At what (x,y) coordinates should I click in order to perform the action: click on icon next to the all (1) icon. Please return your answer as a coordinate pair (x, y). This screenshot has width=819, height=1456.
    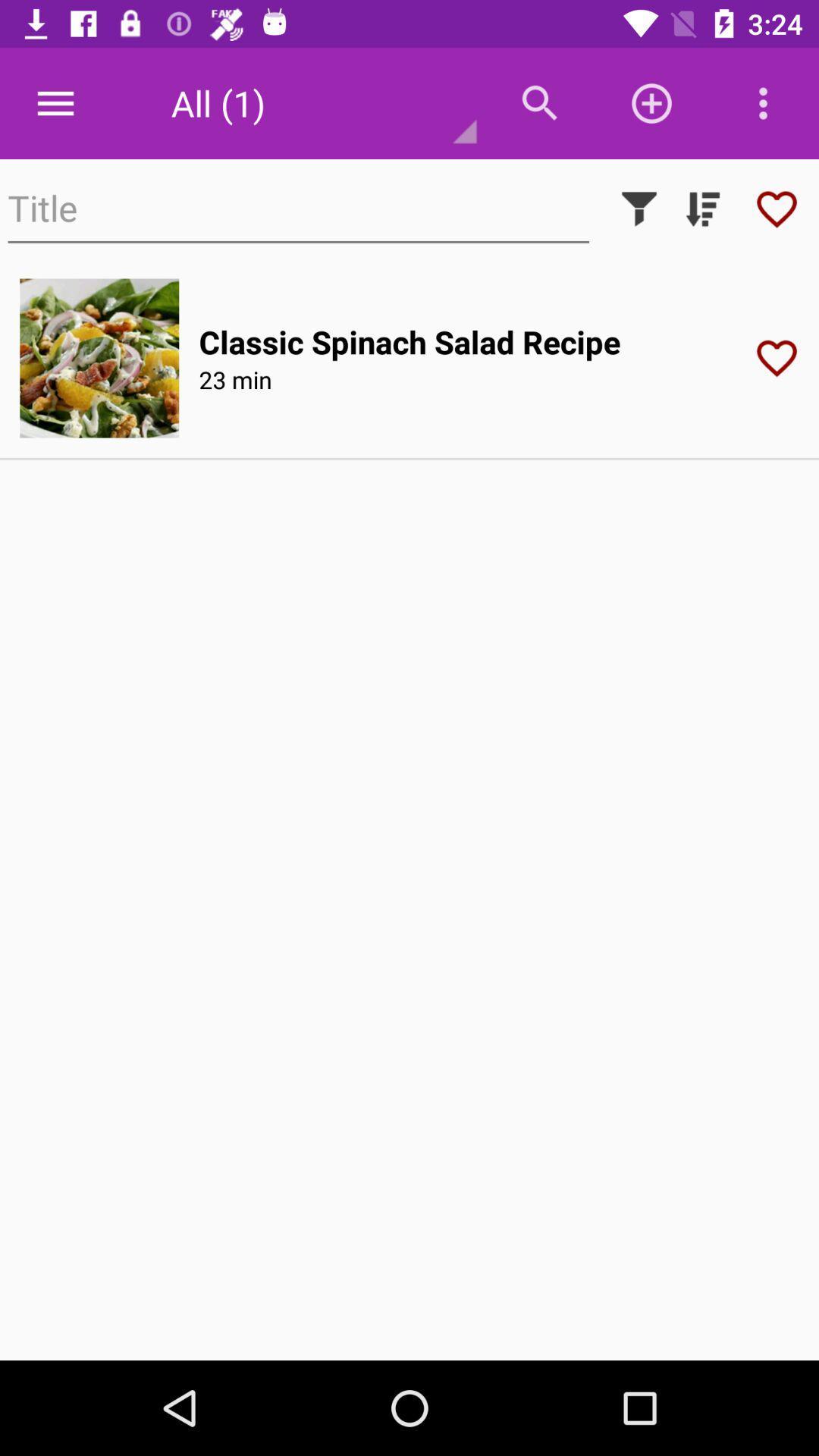
    Looking at the image, I should click on (55, 102).